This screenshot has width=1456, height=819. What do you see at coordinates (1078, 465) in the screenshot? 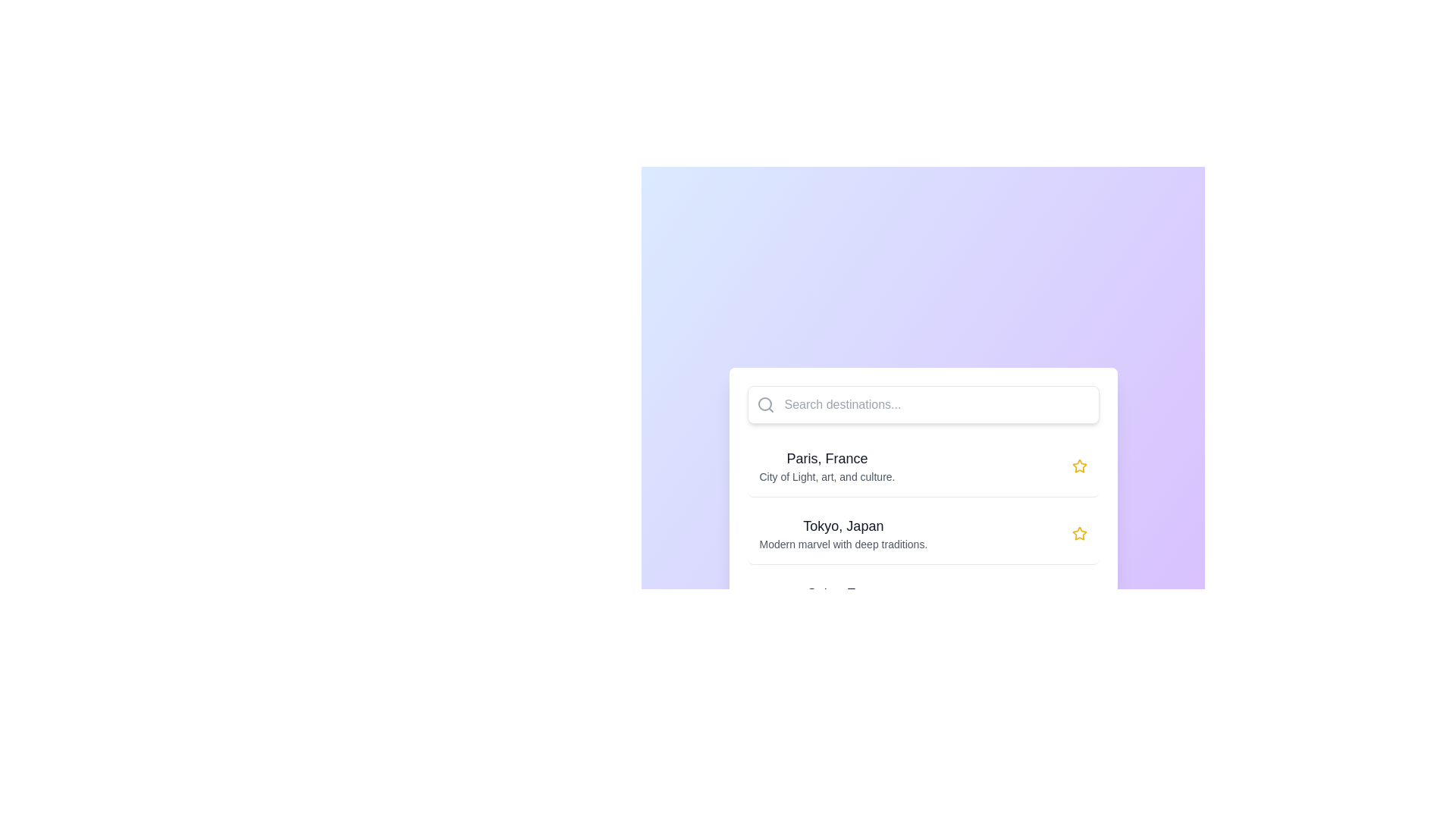
I see `the button in the top-right corner of the 'Paris, France' box` at bounding box center [1078, 465].